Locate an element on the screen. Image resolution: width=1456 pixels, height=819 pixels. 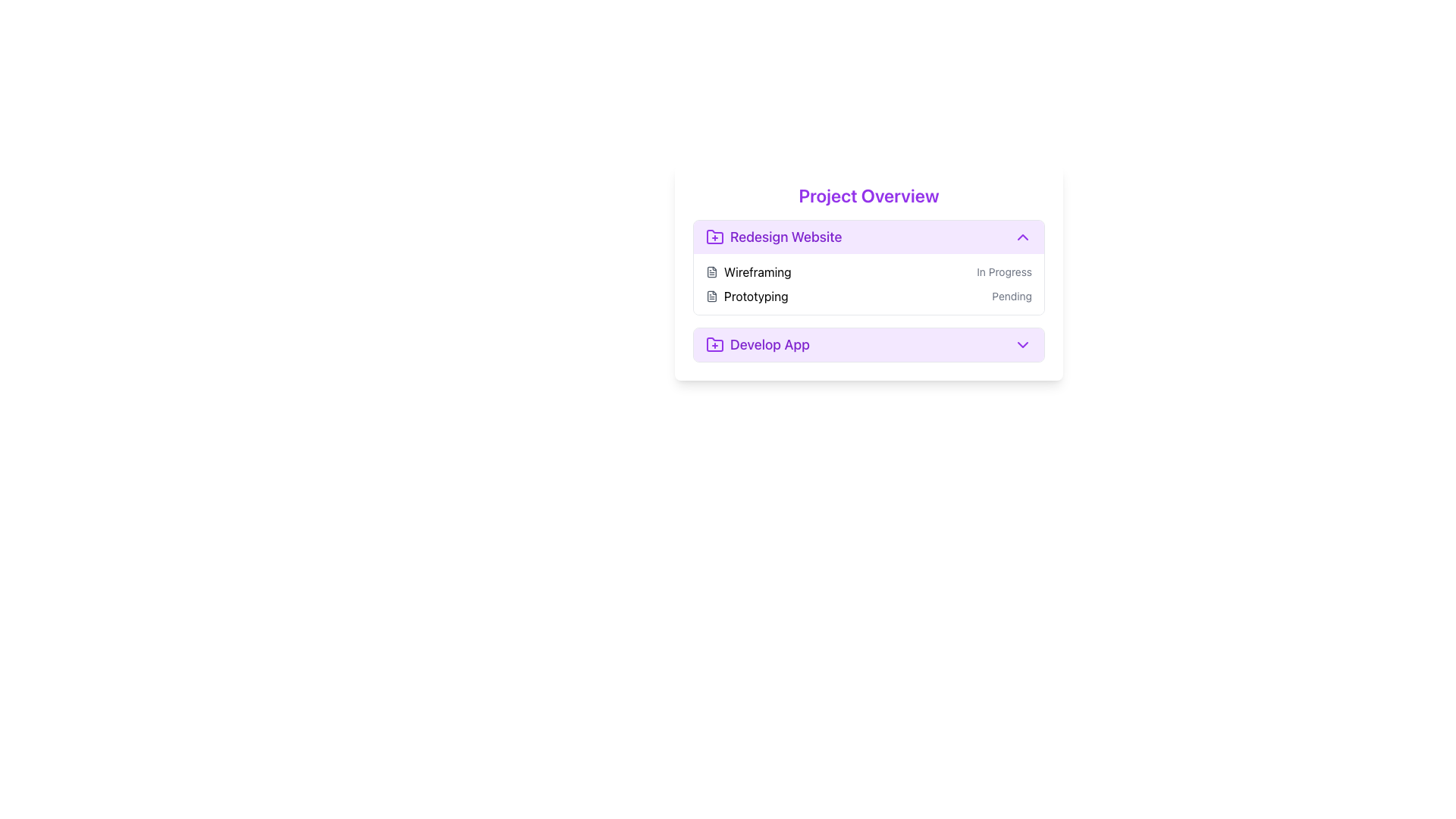
the purple folder-shaped icon with a plus sign located to the left of the 'Develop App' label in the 'Project Overview' section is located at coordinates (714, 345).